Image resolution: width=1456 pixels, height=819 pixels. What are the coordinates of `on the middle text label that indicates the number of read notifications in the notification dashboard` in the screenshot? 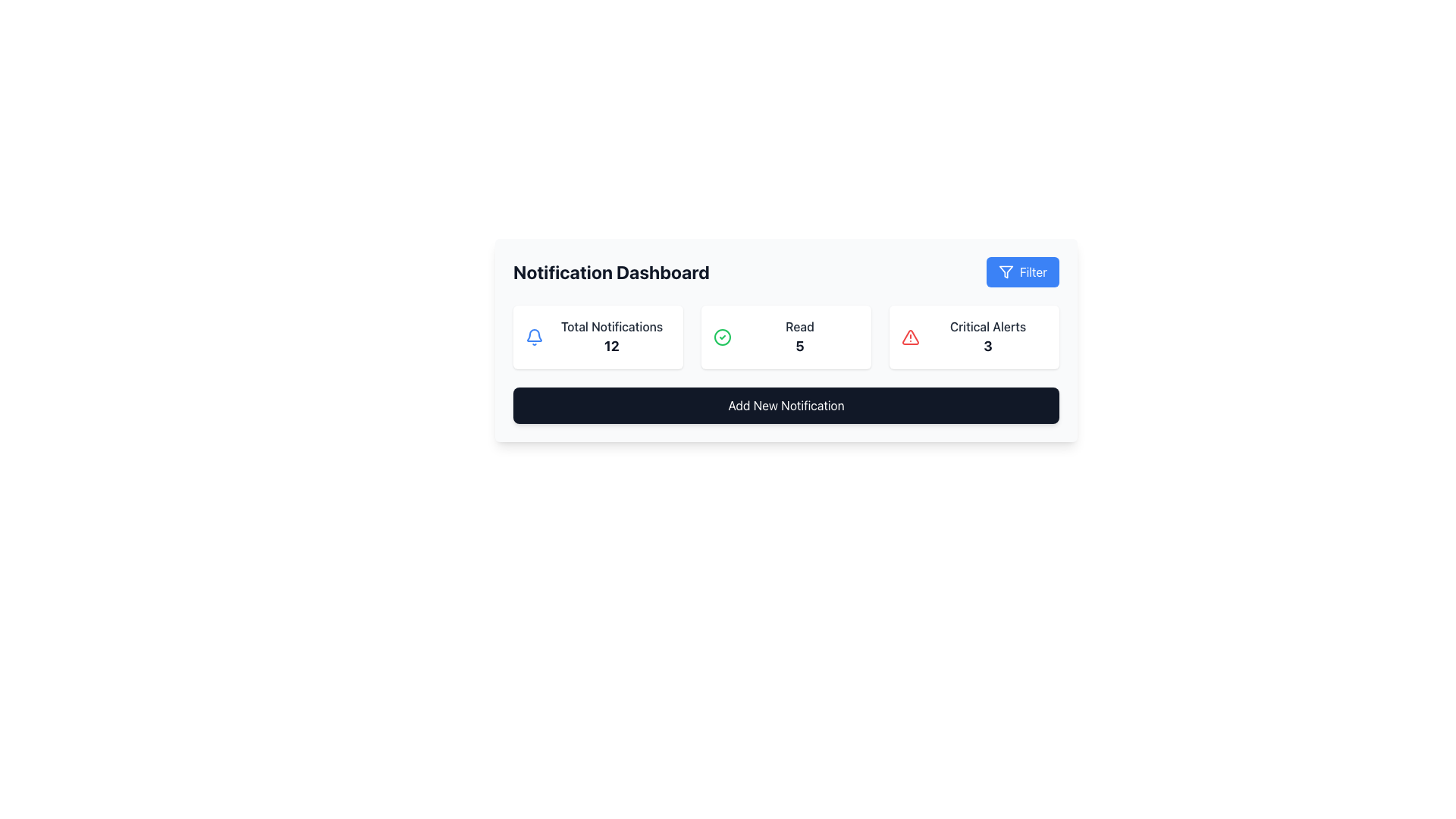 It's located at (799, 336).